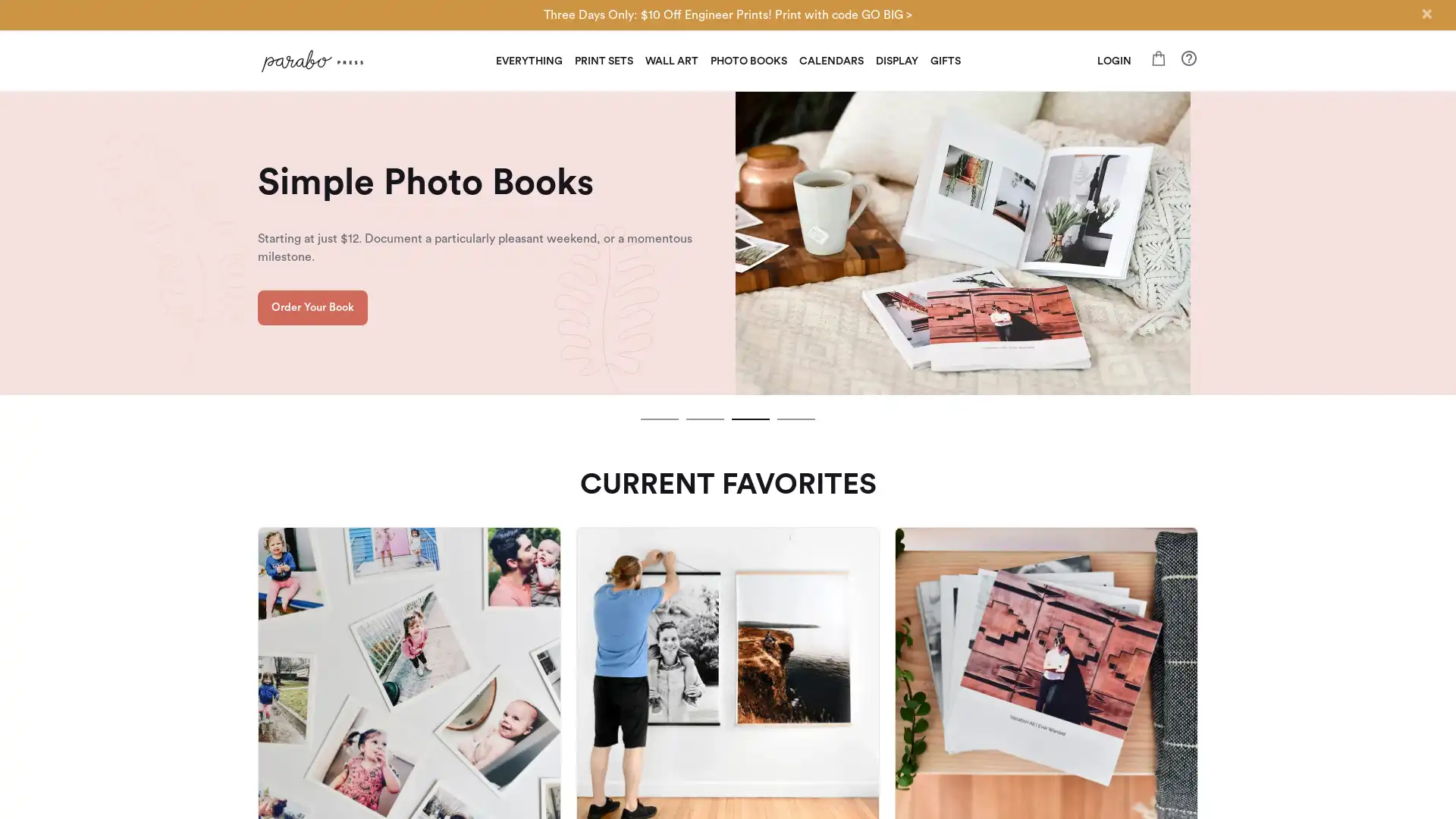 This screenshot has height=819, width=1456. I want to click on subscribe, so click(833, 584).